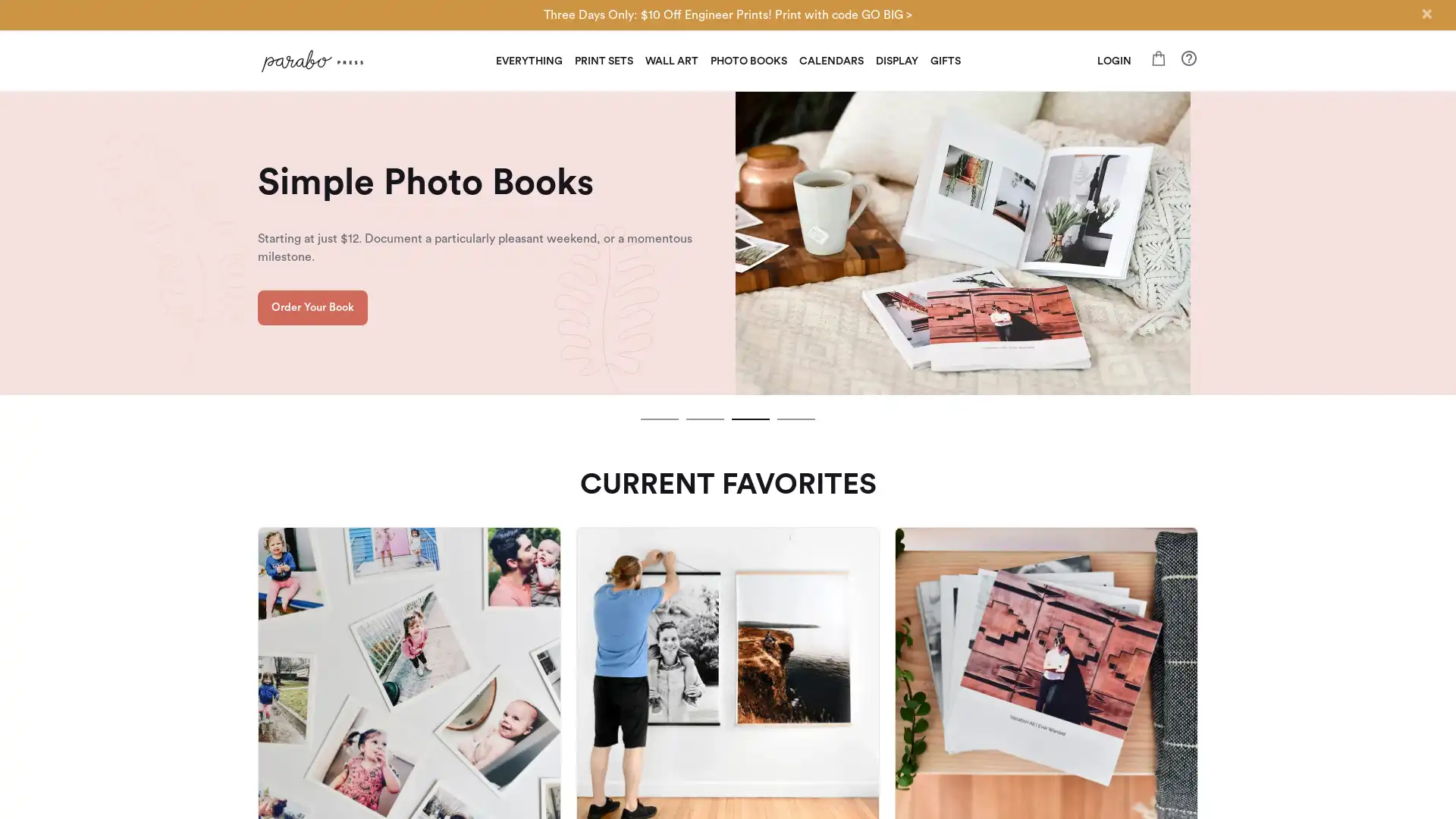 This screenshot has height=819, width=1456. I want to click on subscribe, so click(833, 584).